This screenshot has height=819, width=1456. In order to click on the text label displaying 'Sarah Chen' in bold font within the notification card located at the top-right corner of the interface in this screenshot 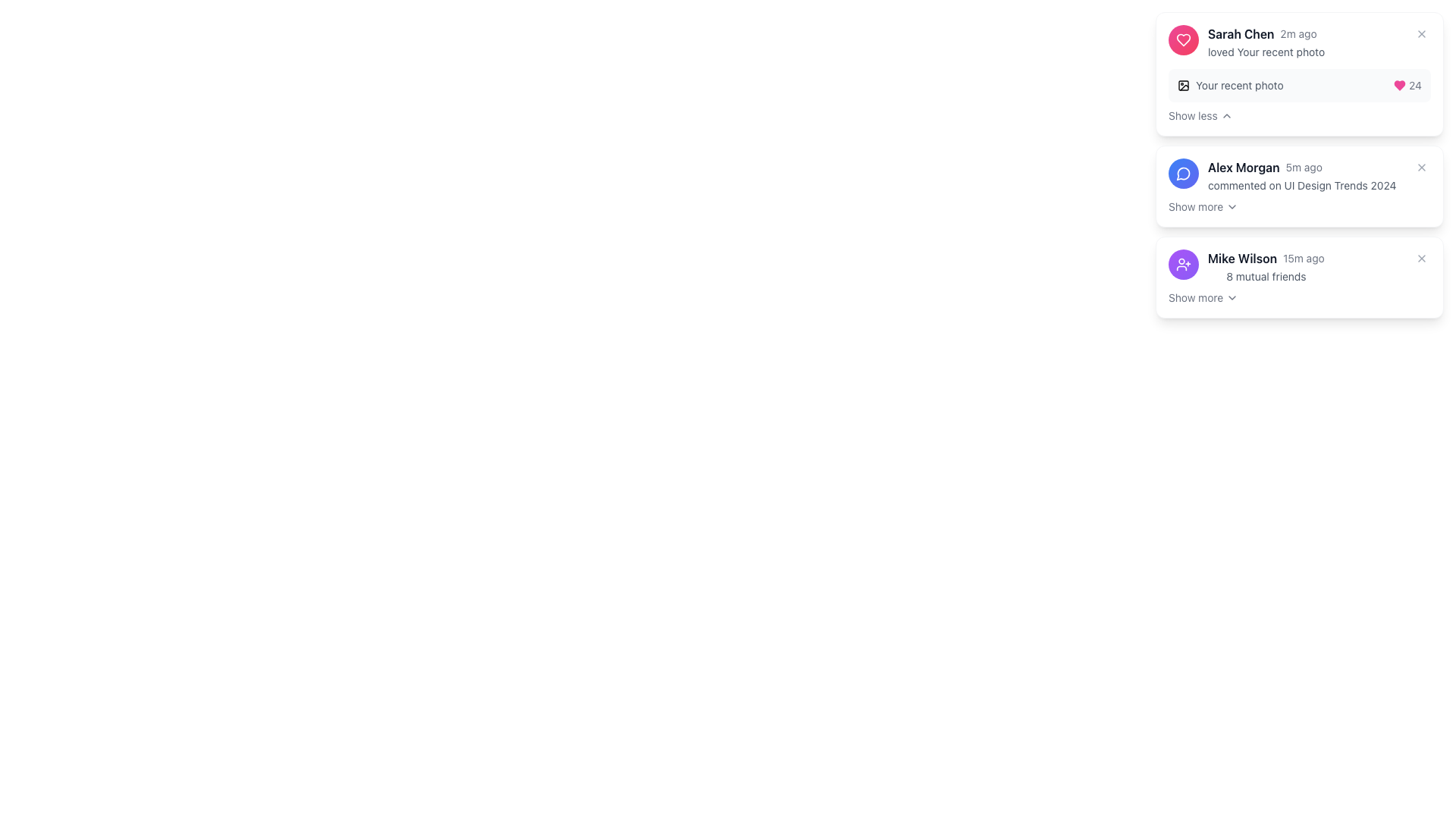, I will do `click(1241, 34)`.